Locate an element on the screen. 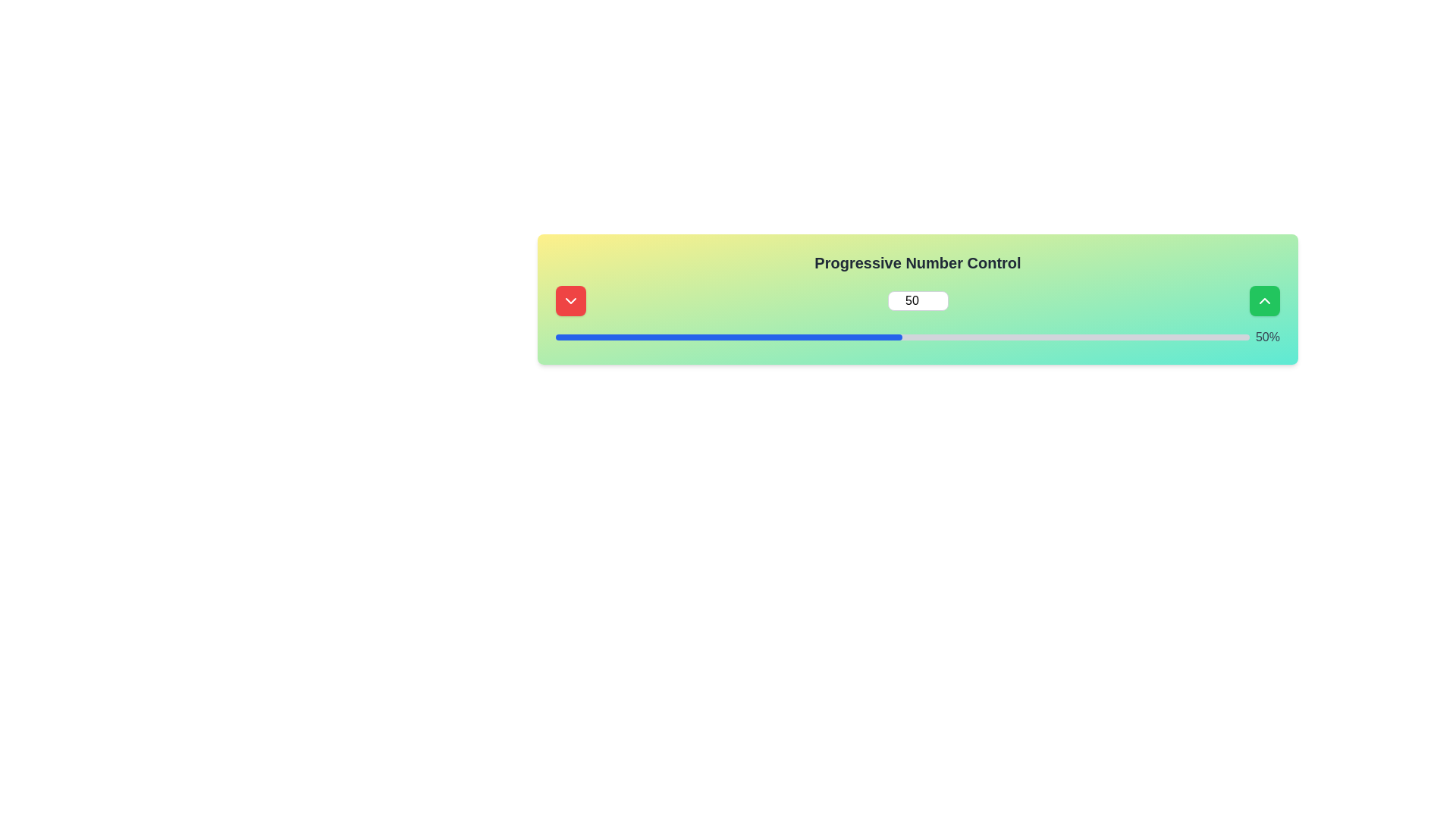 The height and width of the screenshot is (819, 1456). the downward-facing chevron icon within the button that has a bright red background, located at the far left of the interface is located at coordinates (570, 301).